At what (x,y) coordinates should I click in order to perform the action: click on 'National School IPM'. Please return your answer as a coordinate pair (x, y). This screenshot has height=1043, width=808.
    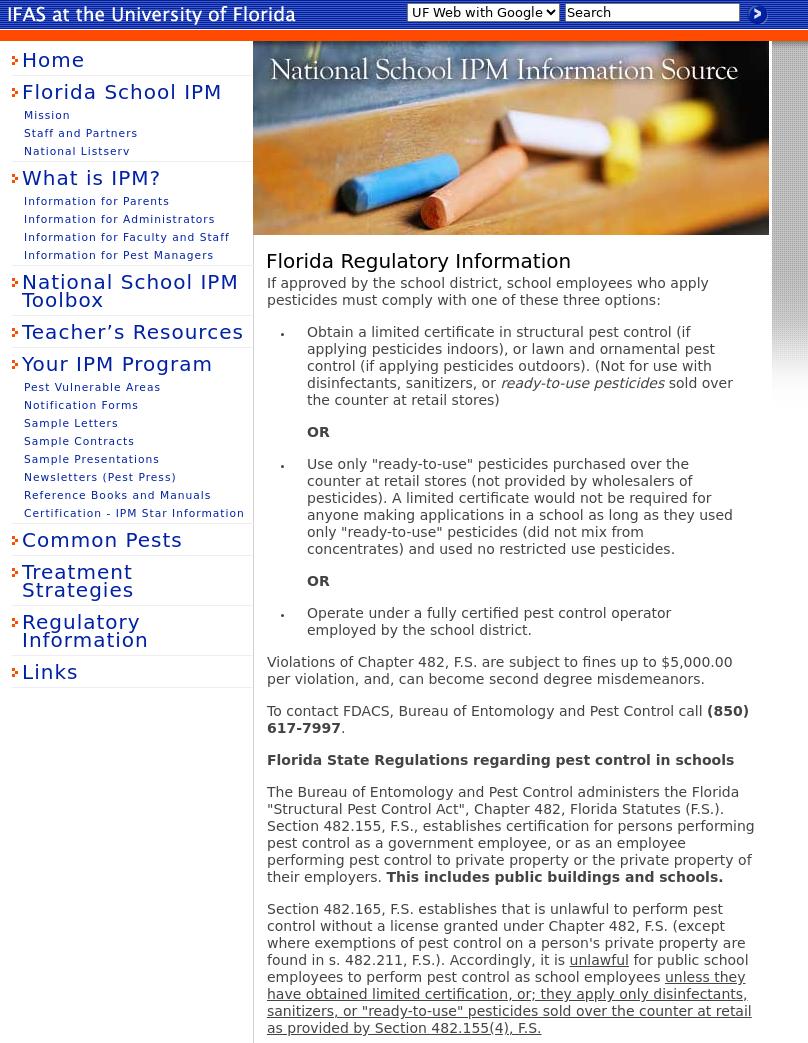
    Looking at the image, I should click on (254, 53).